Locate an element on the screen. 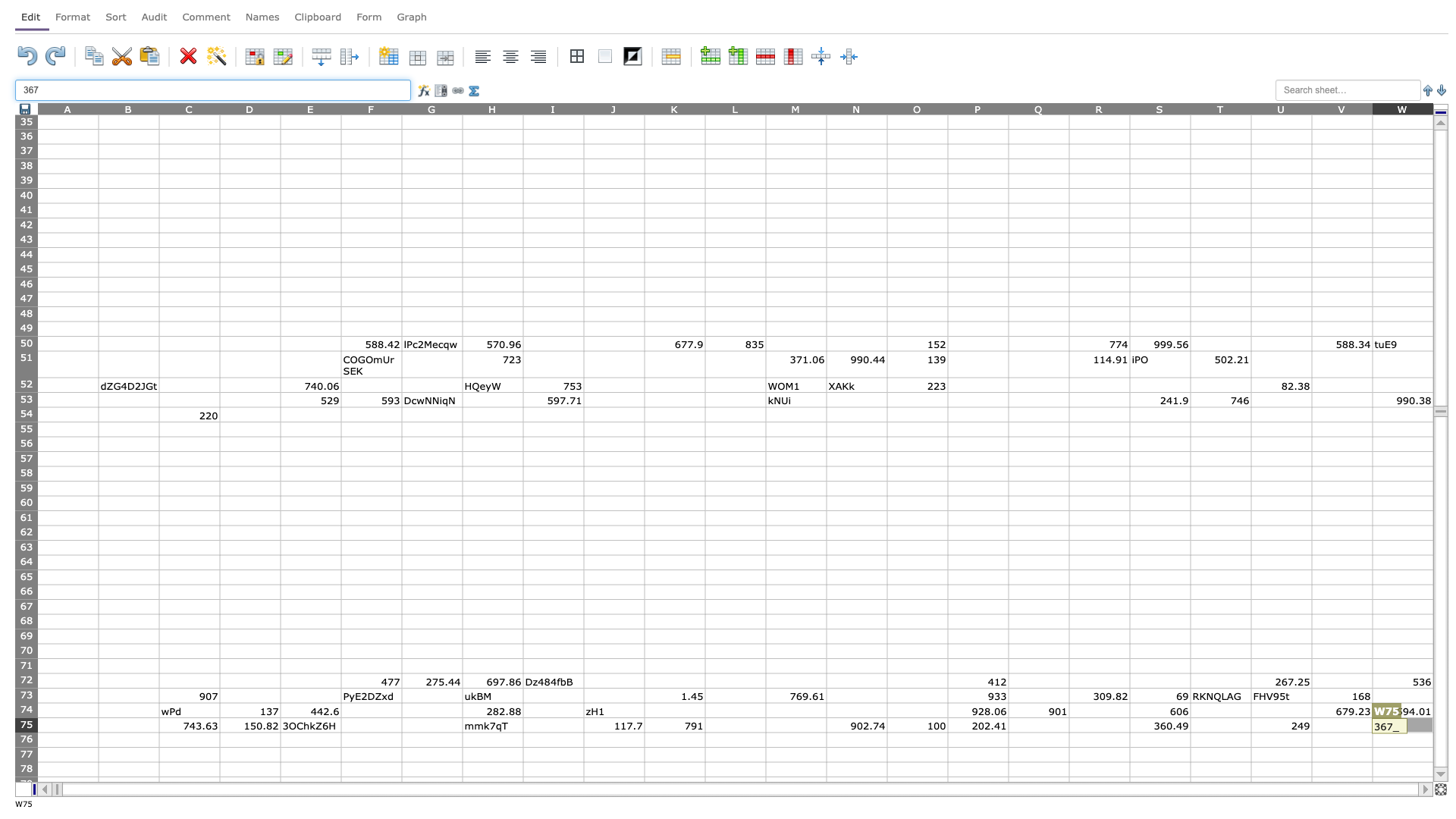 Image resolution: width=1456 pixels, height=819 pixels. Northwest corner of cell D76 is located at coordinates (218, 731).